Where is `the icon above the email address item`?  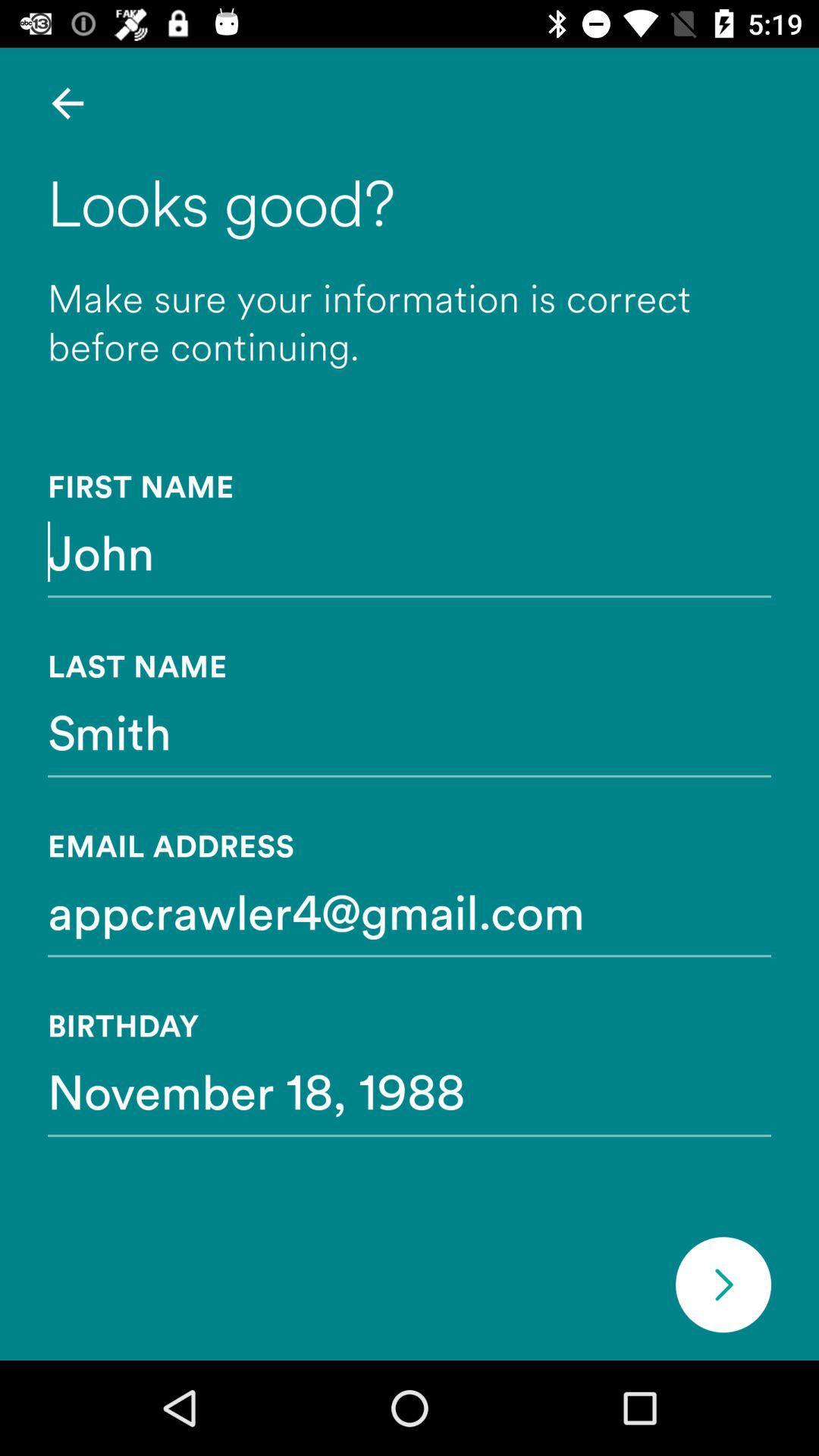 the icon above the email address item is located at coordinates (409, 731).